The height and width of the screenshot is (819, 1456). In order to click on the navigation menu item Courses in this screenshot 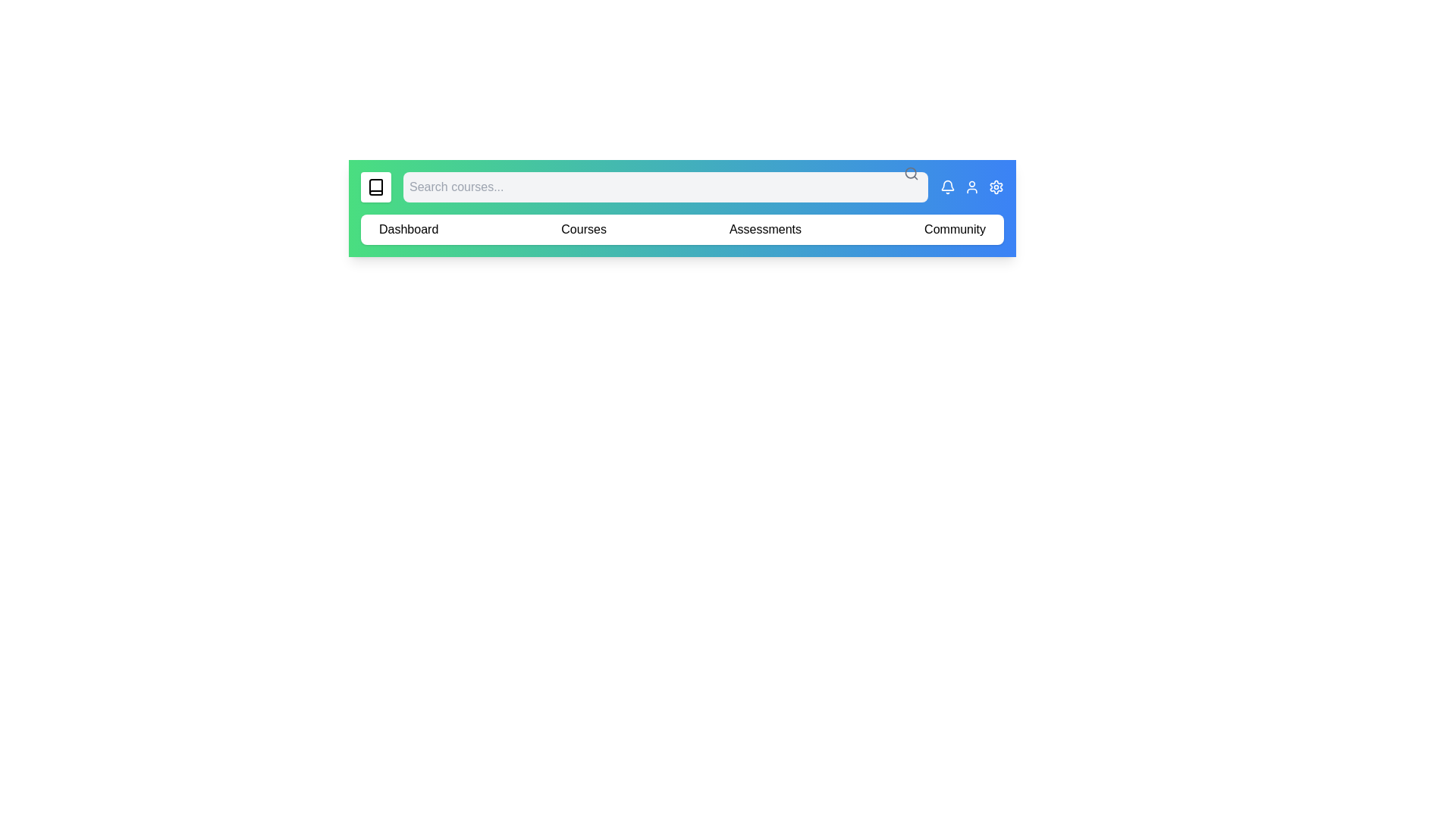, I will do `click(582, 230)`.